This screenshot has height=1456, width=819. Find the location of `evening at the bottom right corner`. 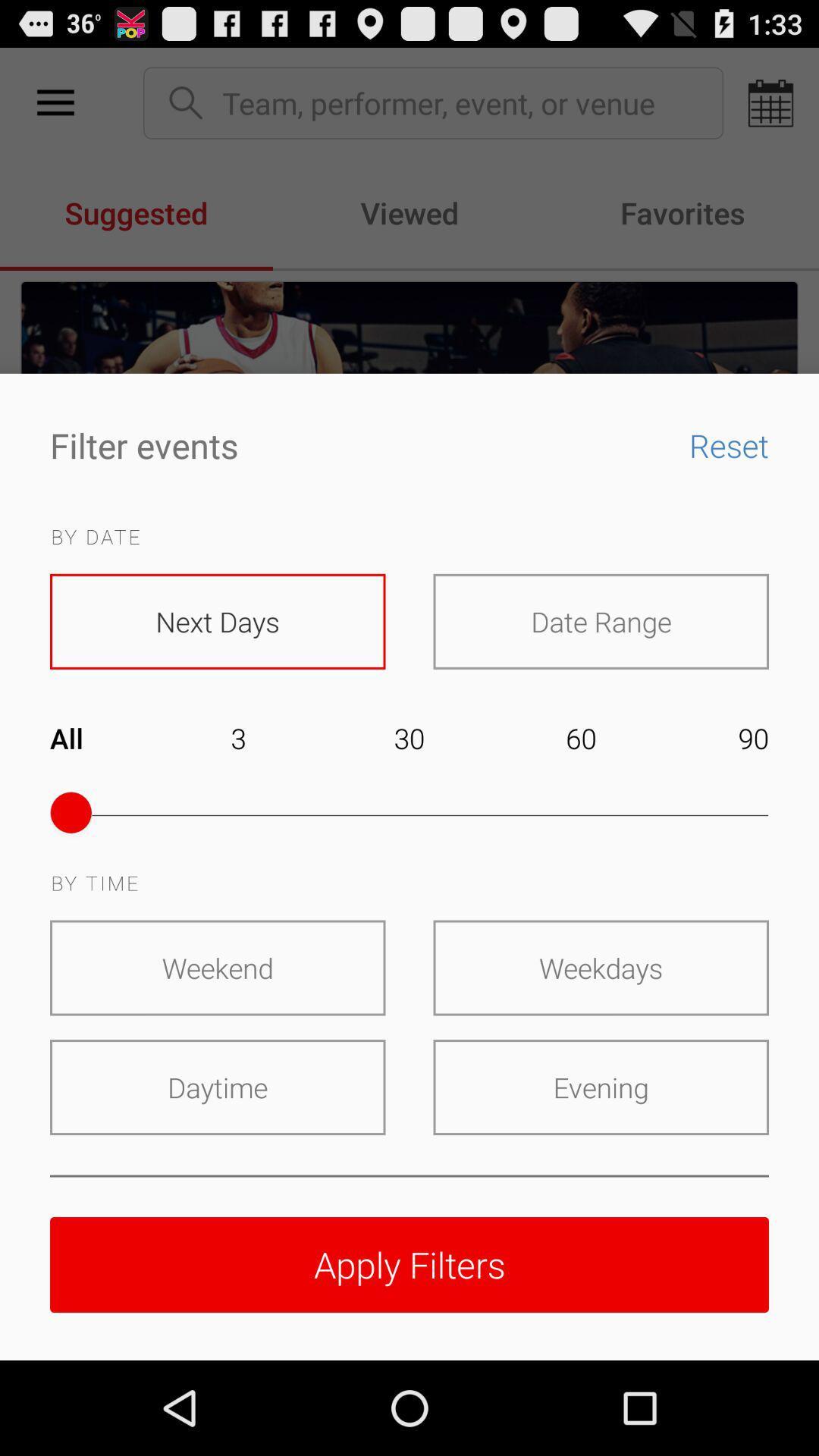

evening at the bottom right corner is located at coordinates (600, 1087).